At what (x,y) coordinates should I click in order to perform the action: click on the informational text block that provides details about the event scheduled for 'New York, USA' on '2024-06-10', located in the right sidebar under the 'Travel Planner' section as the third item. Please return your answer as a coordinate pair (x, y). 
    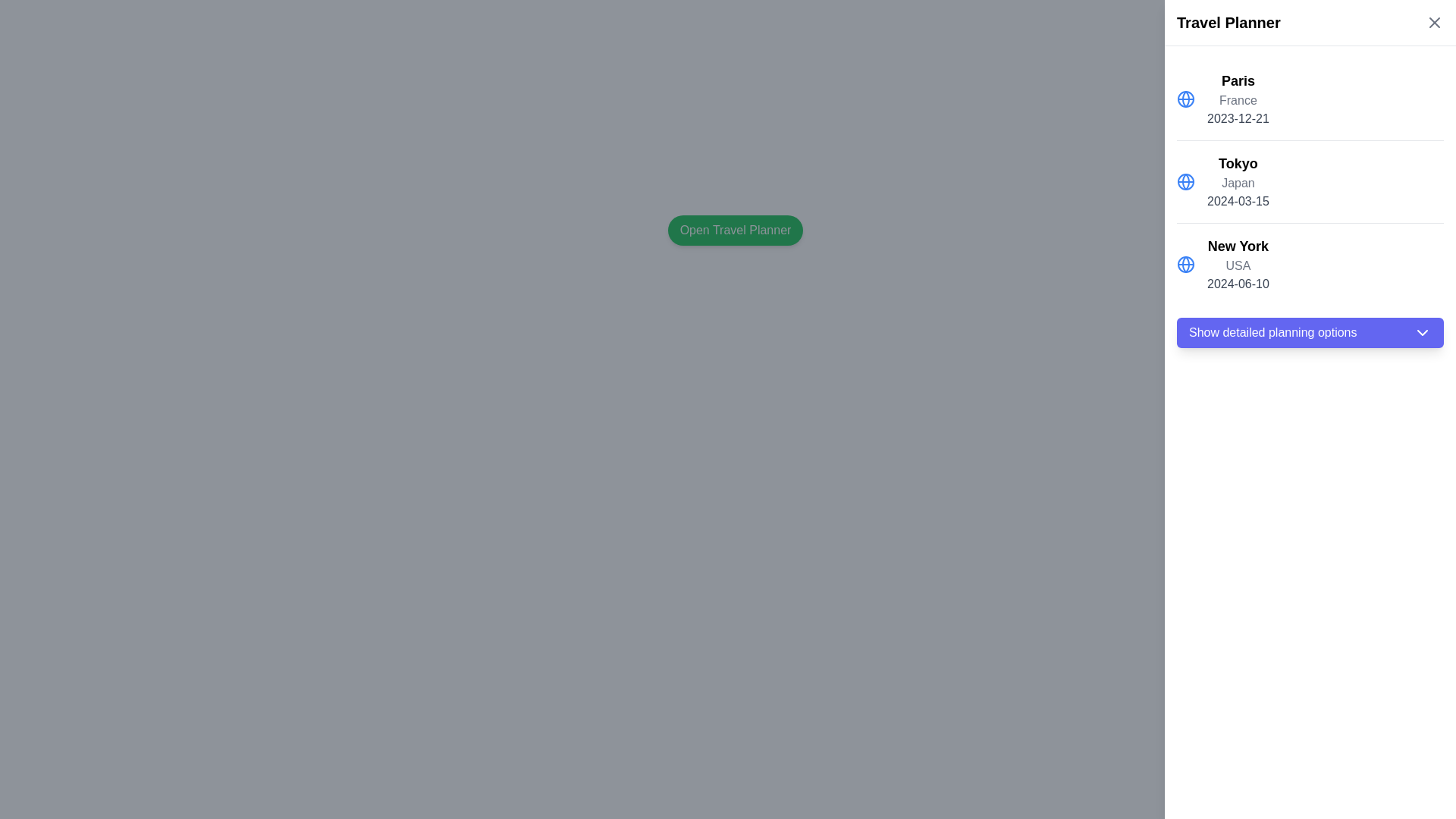
    Looking at the image, I should click on (1238, 263).